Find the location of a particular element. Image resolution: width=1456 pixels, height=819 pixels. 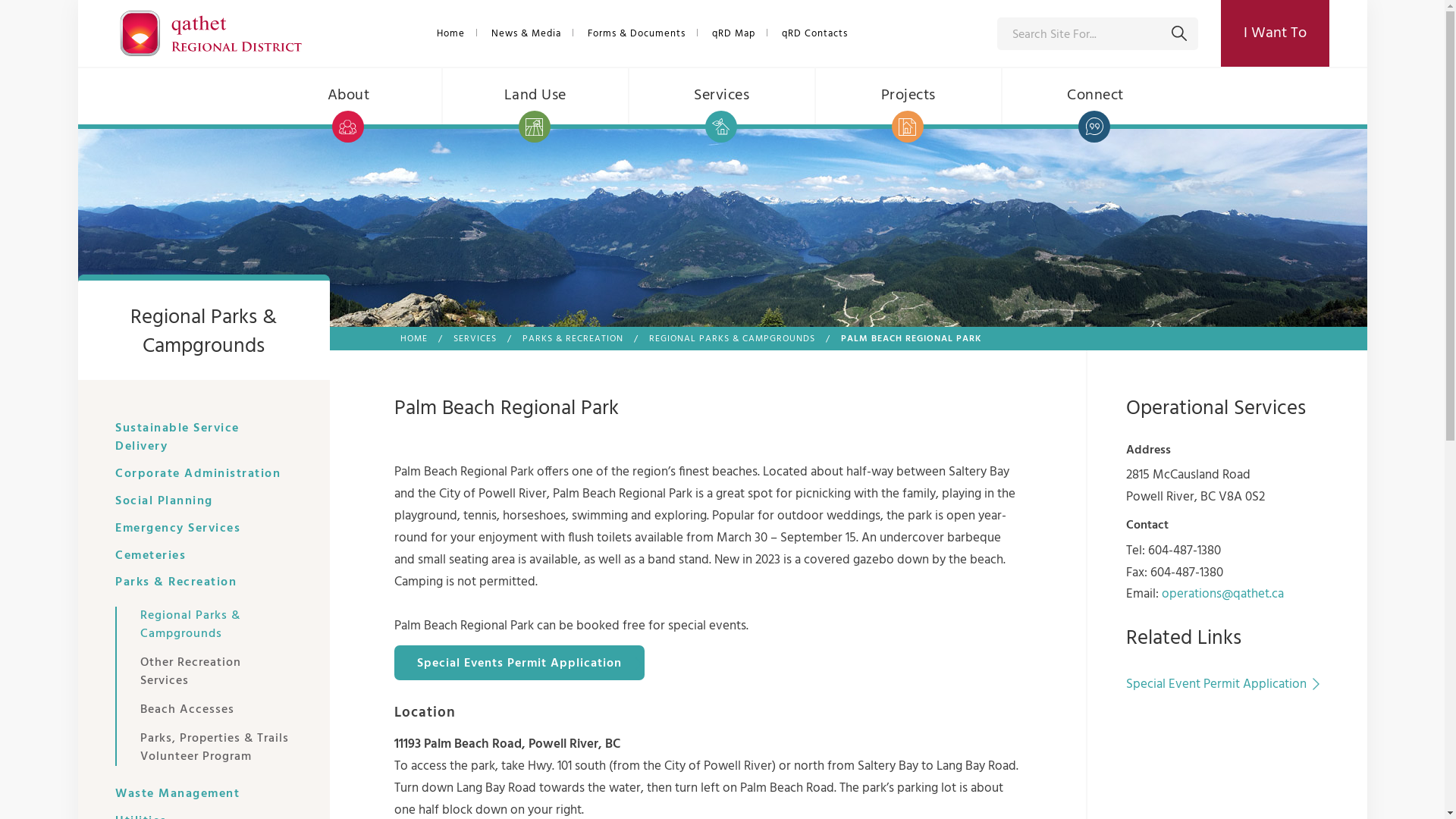

'Parks, Properties & Trails Volunteer Program' is located at coordinates (215, 744).